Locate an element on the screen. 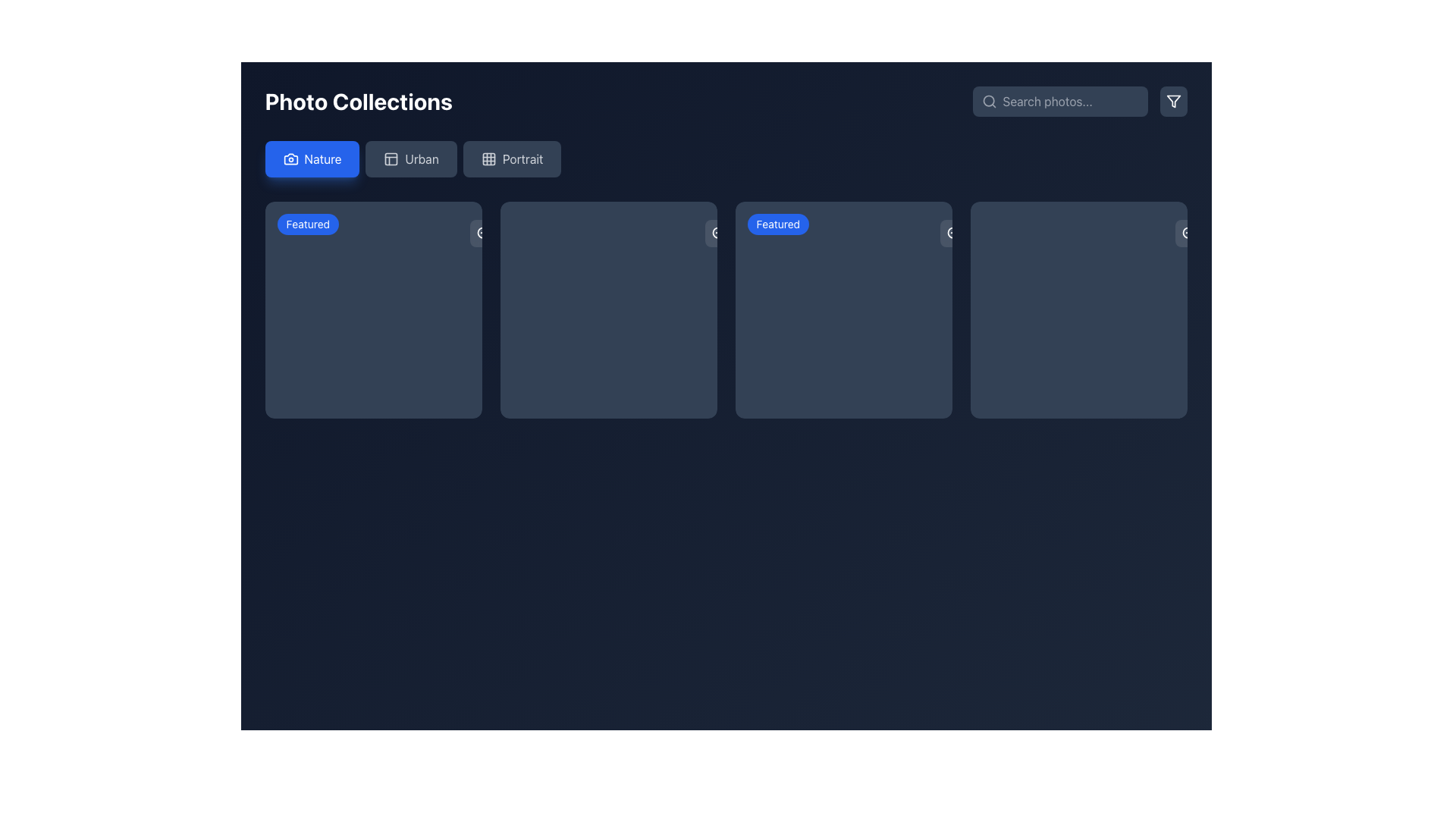  the zoom-in button located in the right section of the second card to enlarge or focus on the content is located at coordinates (952, 234).